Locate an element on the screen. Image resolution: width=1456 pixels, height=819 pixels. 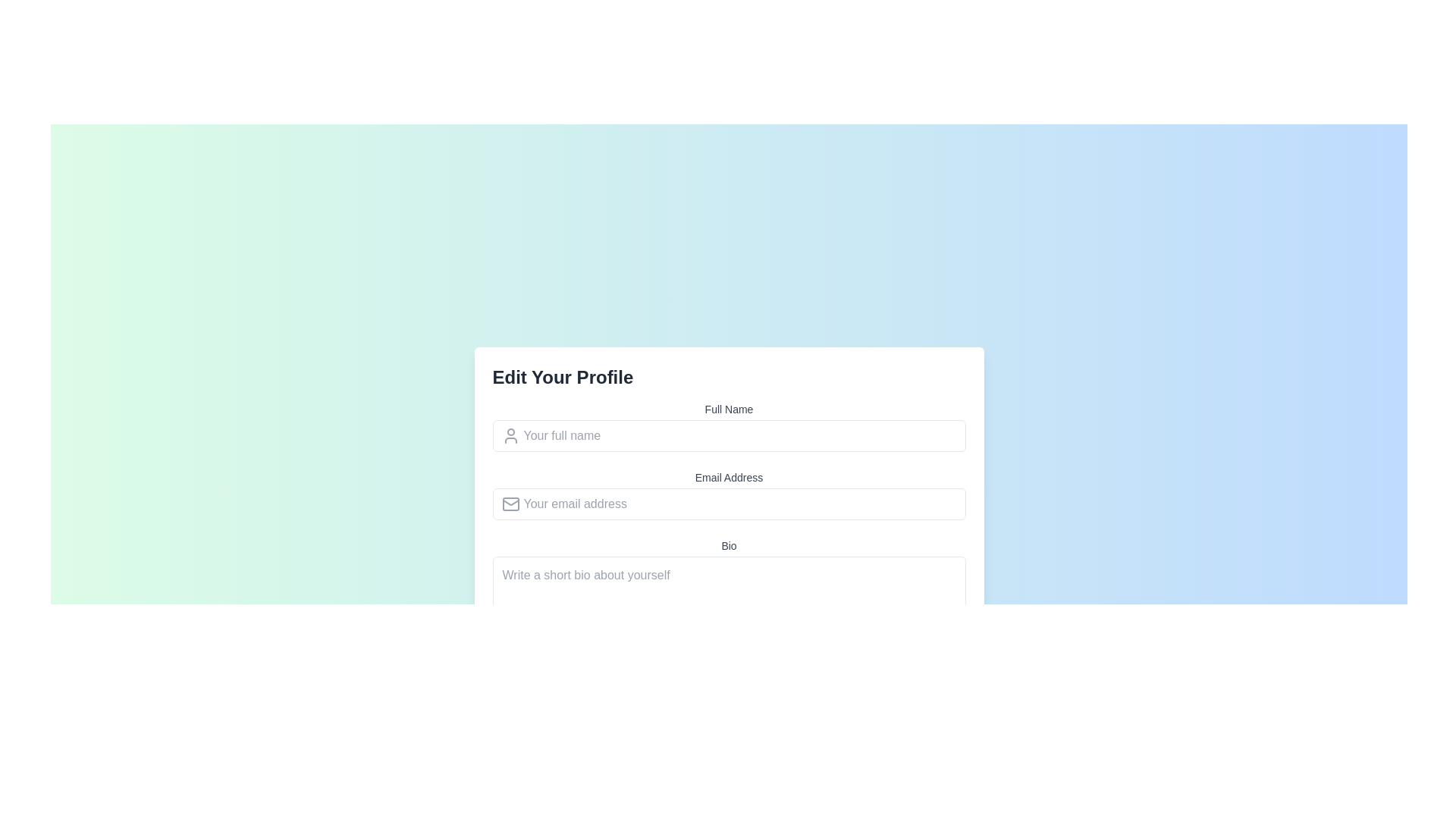
the user silhouette icon, which is styled in gray and positioned to the left of the 'Your full name' text input field is located at coordinates (510, 435).